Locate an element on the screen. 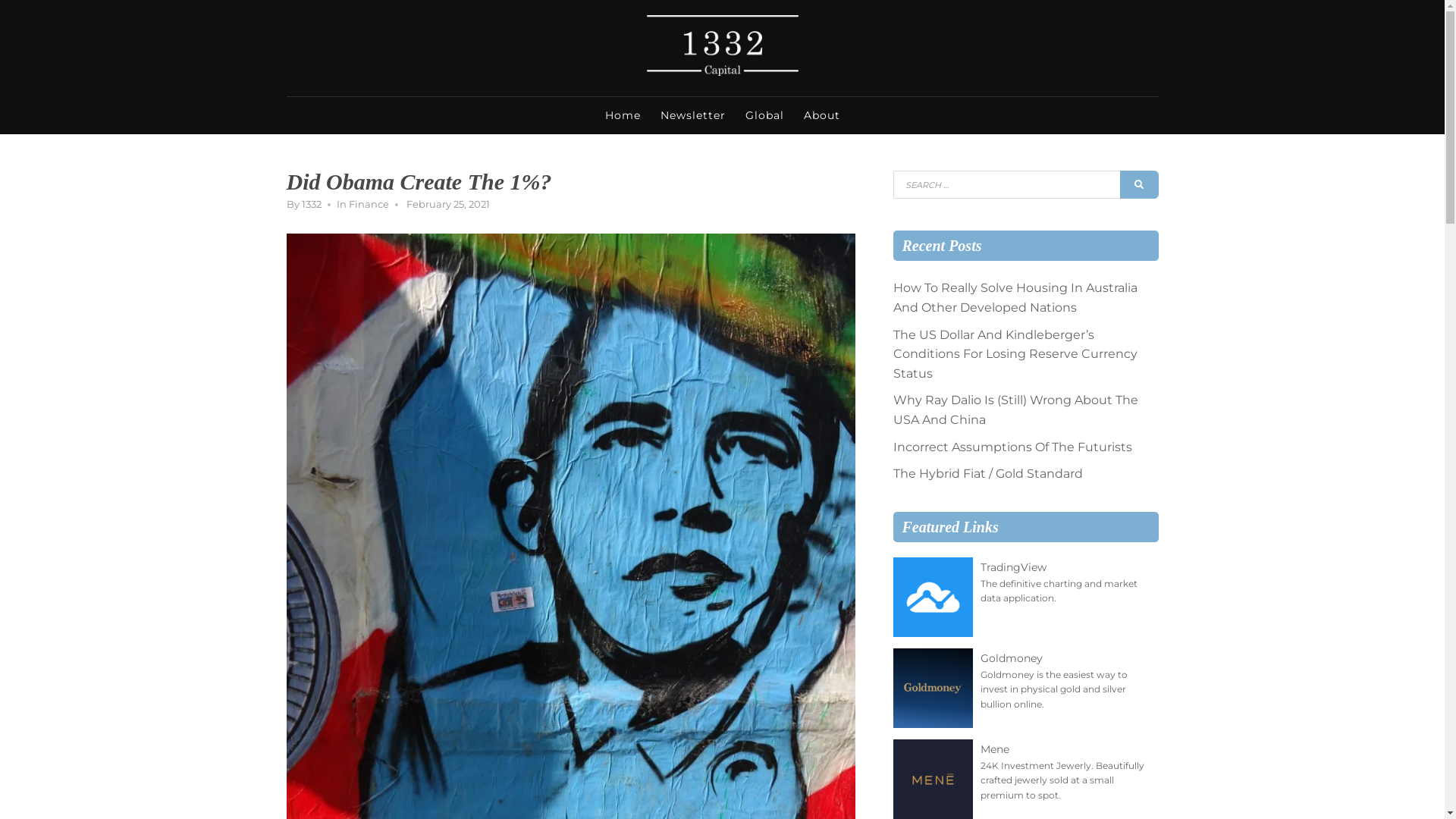 The height and width of the screenshot is (819, 1456). 'Newsletter' is located at coordinates (651, 114).